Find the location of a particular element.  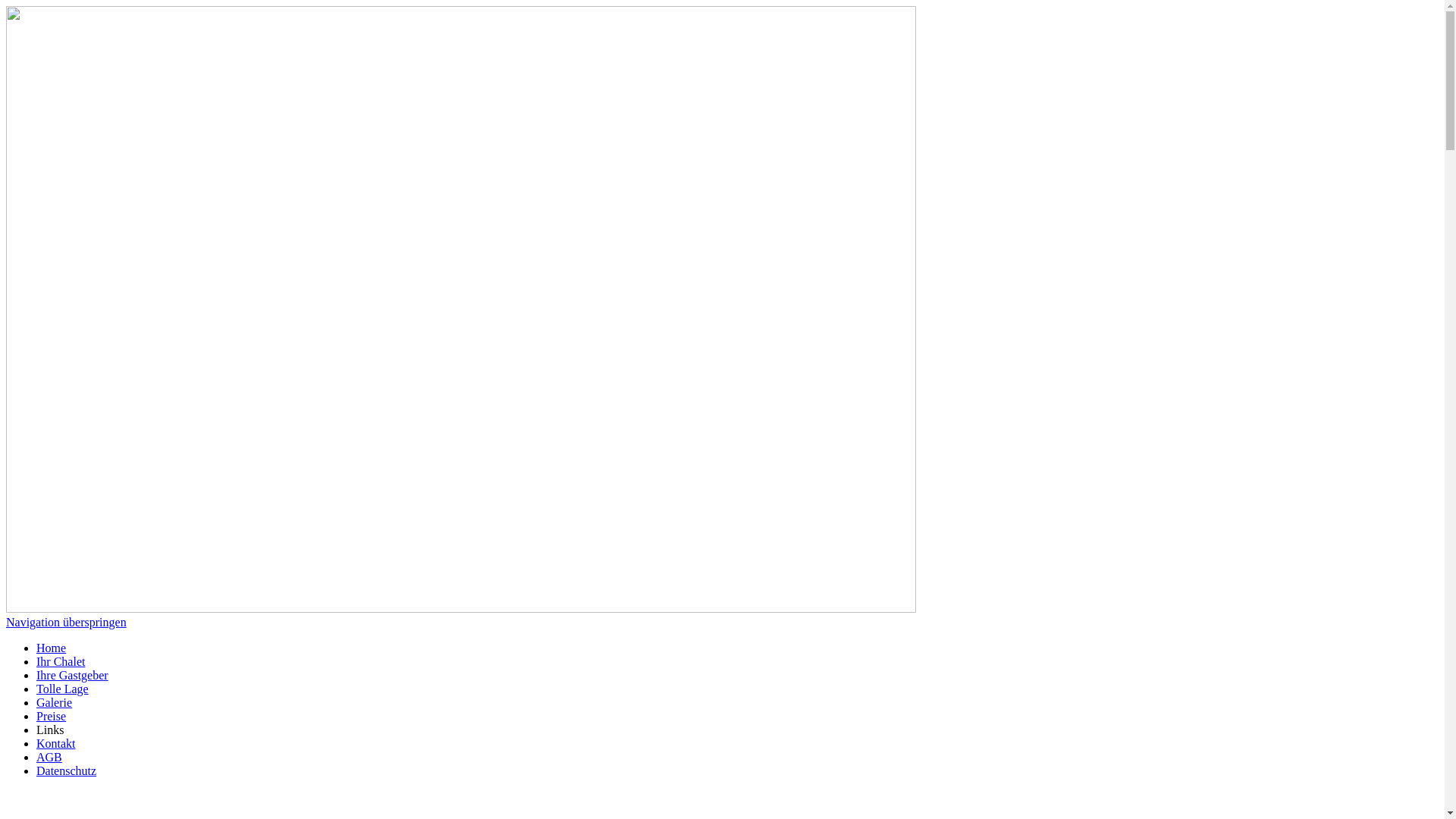

'Datenschutz' is located at coordinates (65, 770).